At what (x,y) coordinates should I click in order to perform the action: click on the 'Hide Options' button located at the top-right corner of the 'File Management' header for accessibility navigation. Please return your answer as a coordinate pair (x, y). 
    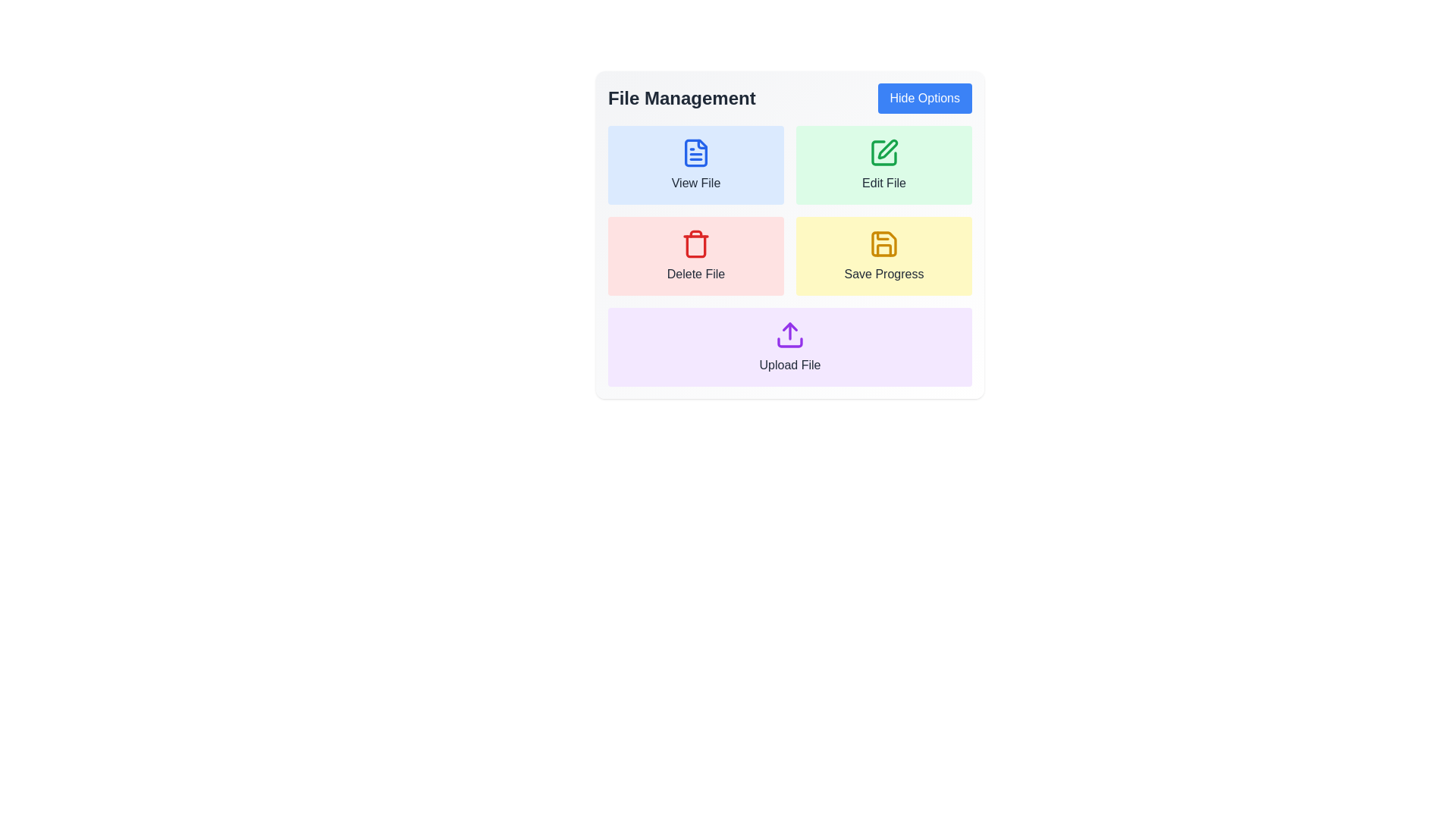
    Looking at the image, I should click on (924, 99).